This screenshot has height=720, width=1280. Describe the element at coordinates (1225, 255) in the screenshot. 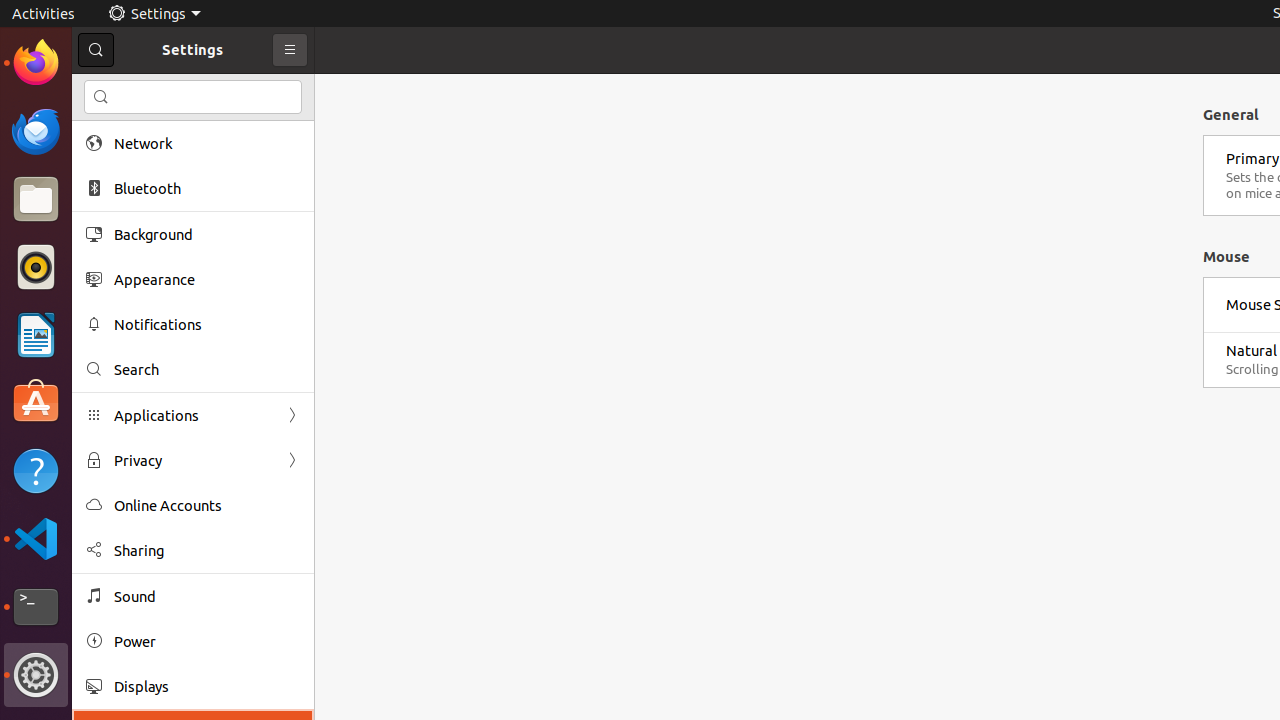

I see `'Mouse'` at that location.